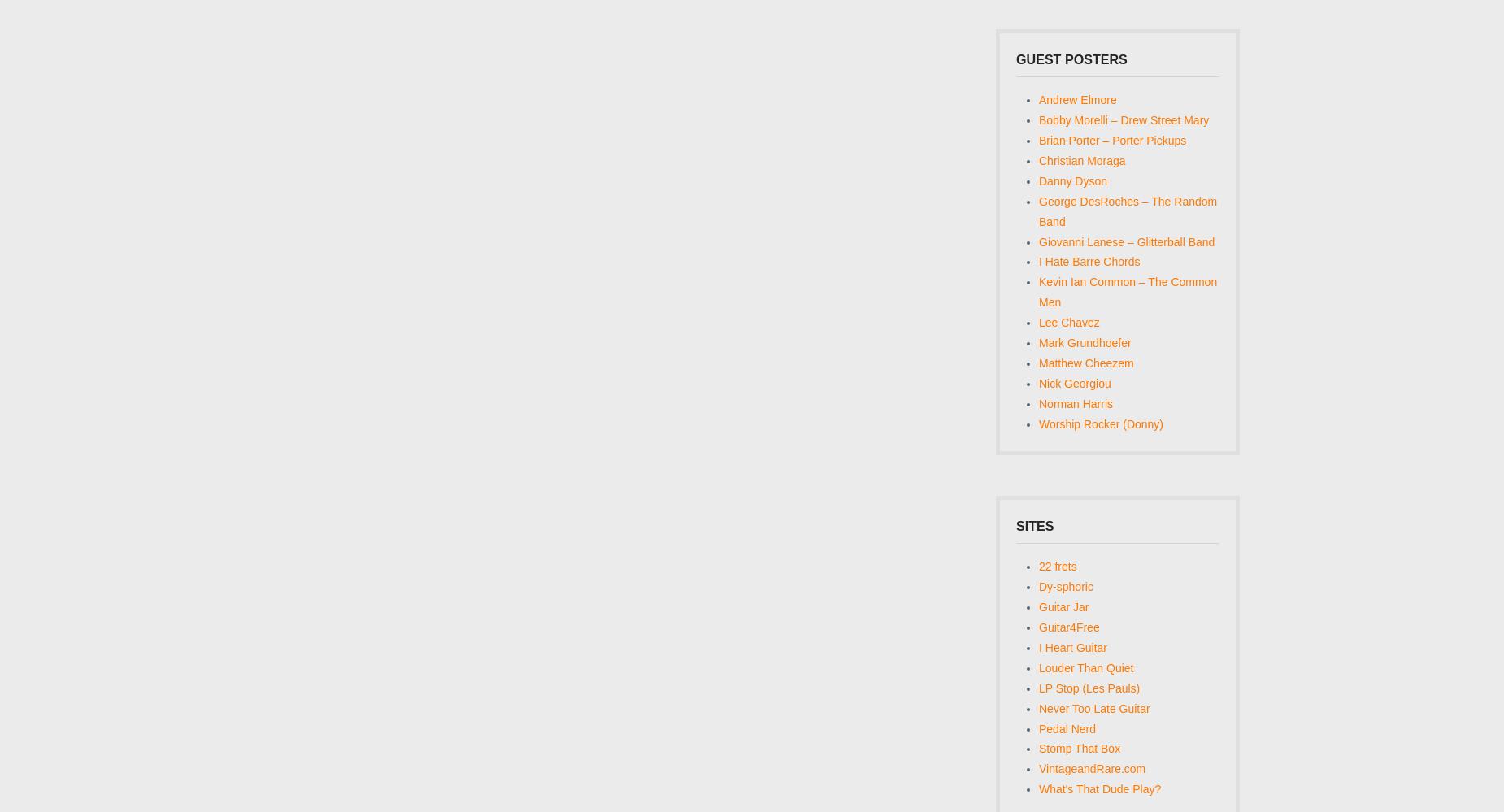 This screenshot has height=812, width=1504. Describe the element at coordinates (1074, 384) in the screenshot. I see `'Nick Georgiou'` at that location.